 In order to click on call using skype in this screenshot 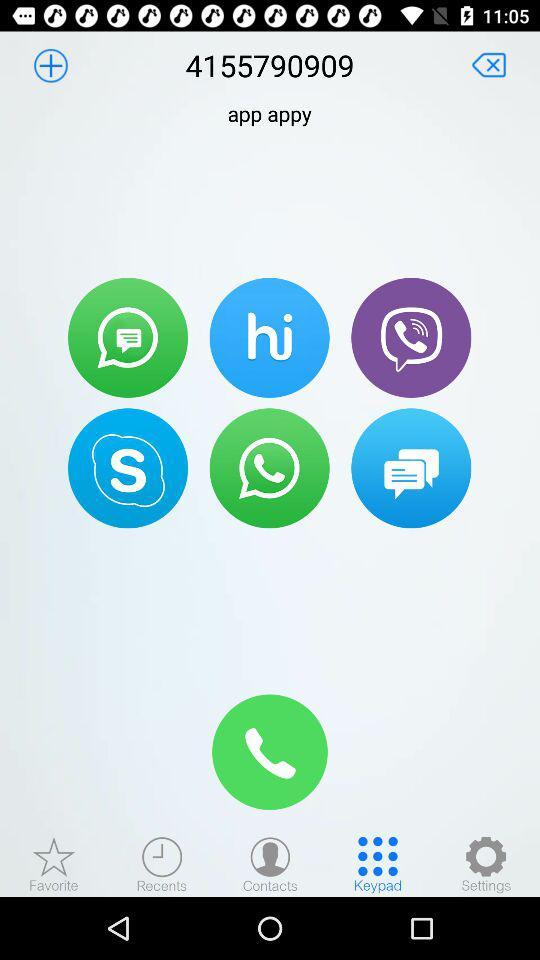, I will do `click(128, 468)`.